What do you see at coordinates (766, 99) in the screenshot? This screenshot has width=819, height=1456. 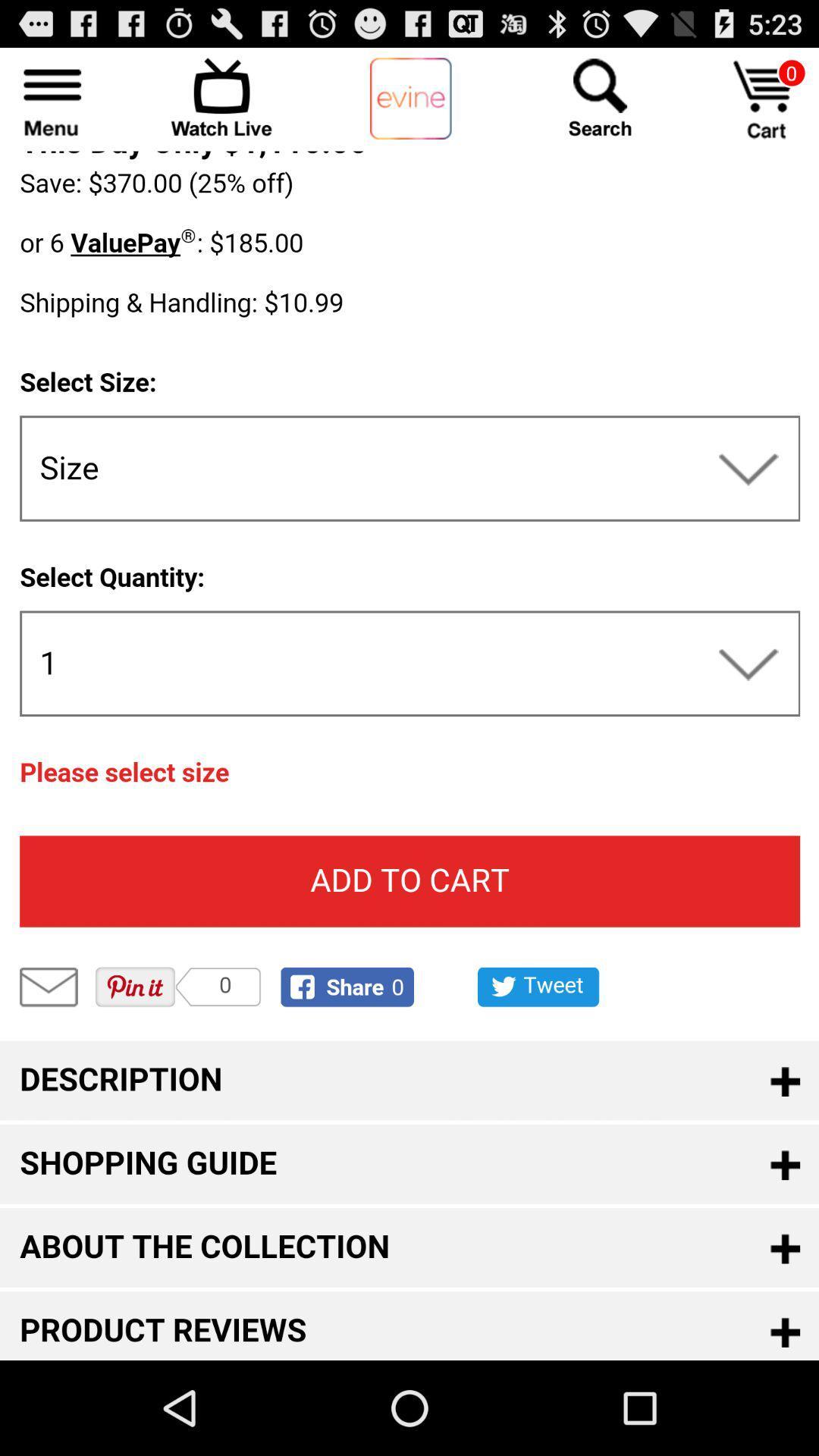 I see `purchase` at bounding box center [766, 99].